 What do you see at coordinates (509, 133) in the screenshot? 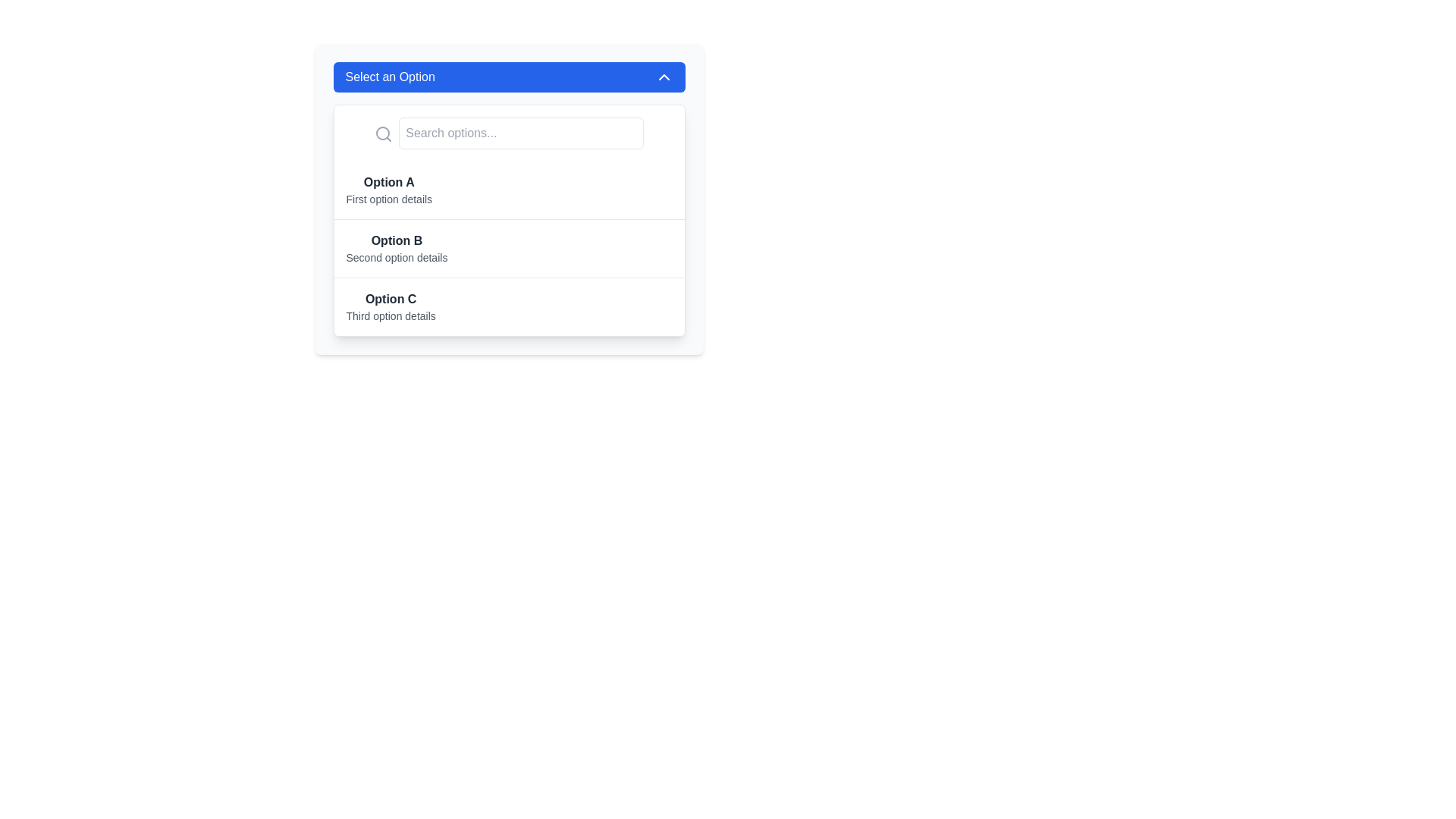
I see `text from the Text input field with a placeholder that says 'Search options...' located below the blue header labeled 'Select an Option.'` at bounding box center [509, 133].